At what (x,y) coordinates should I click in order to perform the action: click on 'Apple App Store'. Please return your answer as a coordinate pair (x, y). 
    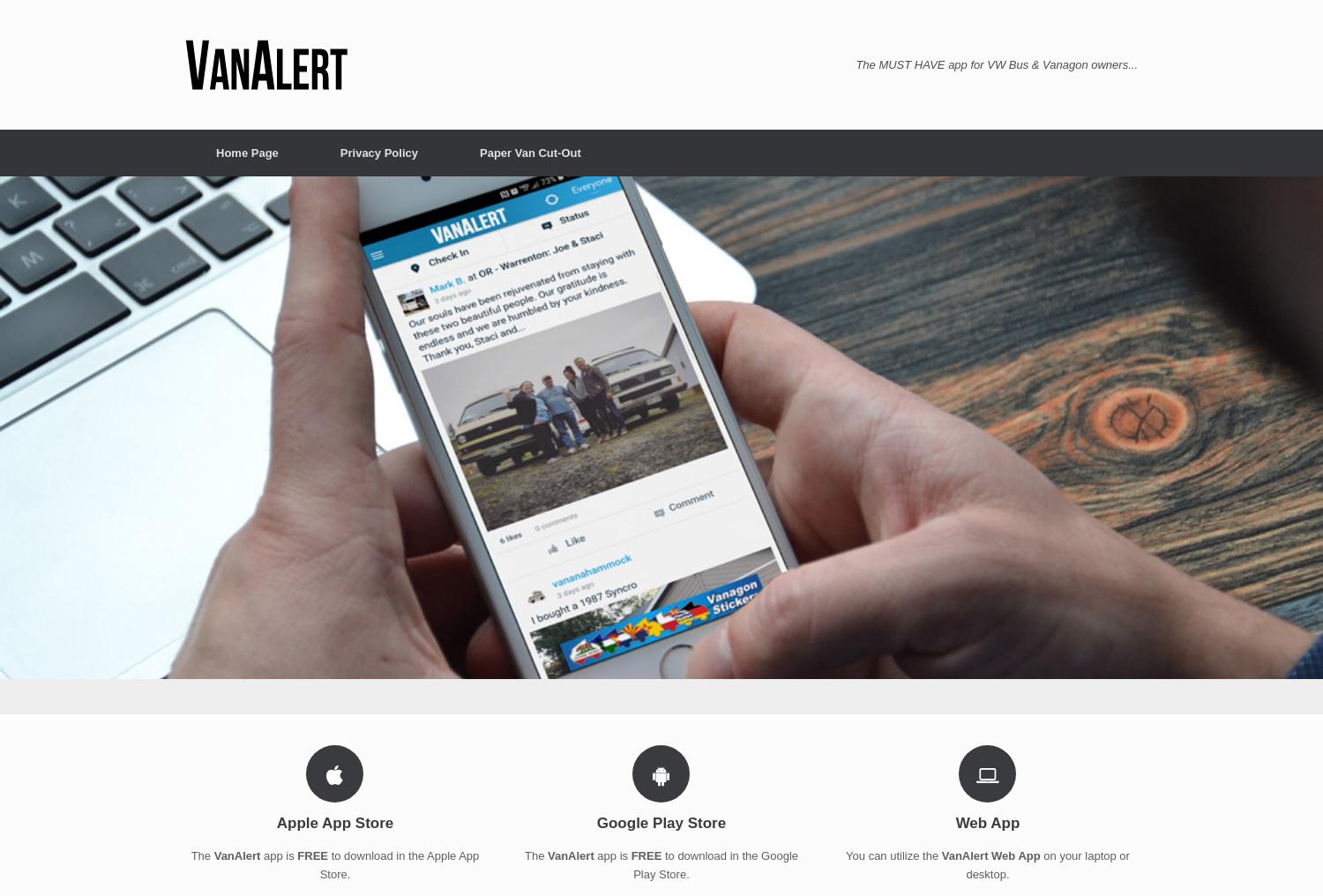
    Looking at the image, I should click on (275, 822).